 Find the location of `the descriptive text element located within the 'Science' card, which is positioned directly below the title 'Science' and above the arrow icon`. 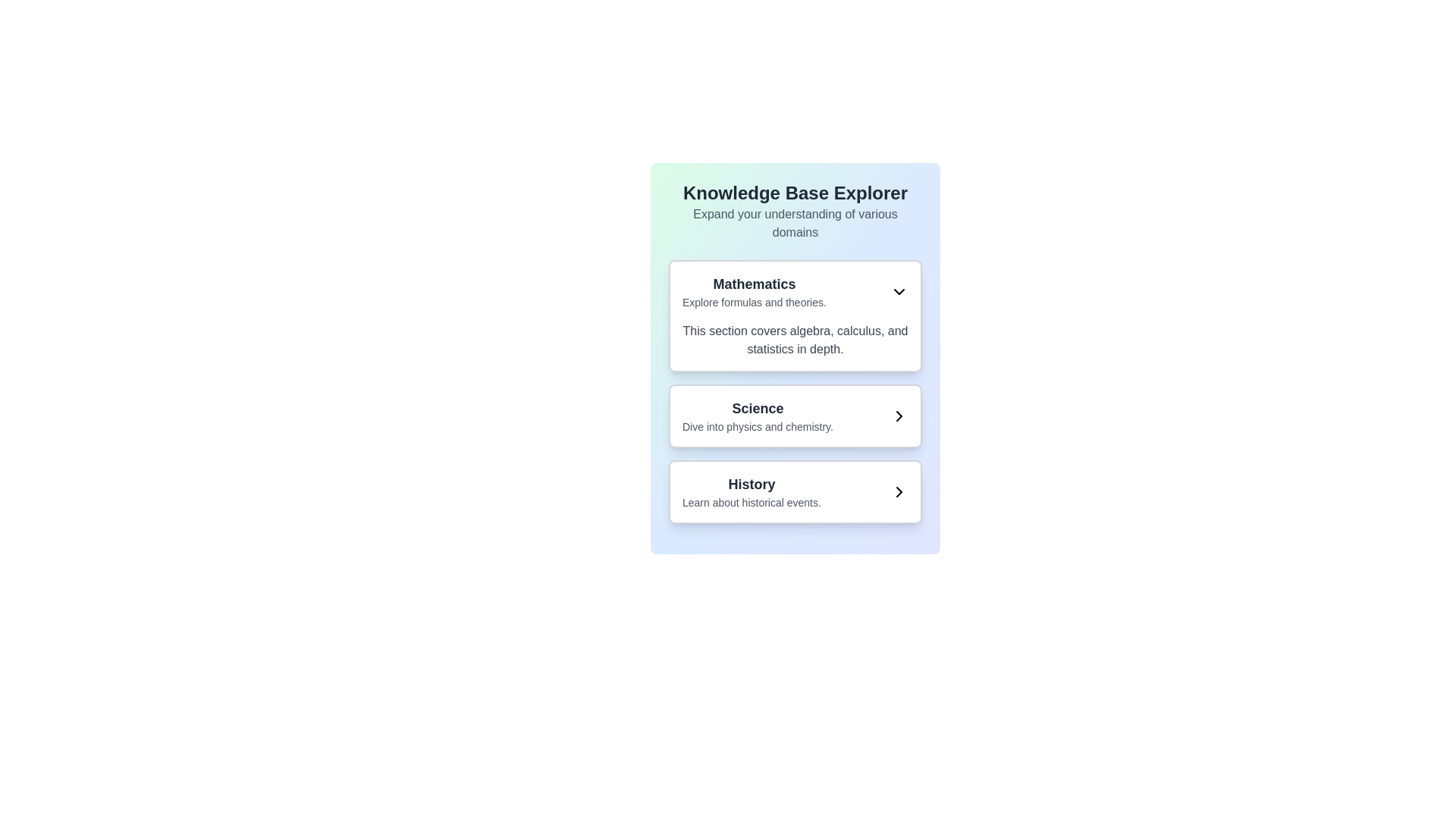

the descriptive text element located within the 'Science' card, which is positioned directly below the title 'Science' and above the arrow icon is located at coordinates (758, 427).